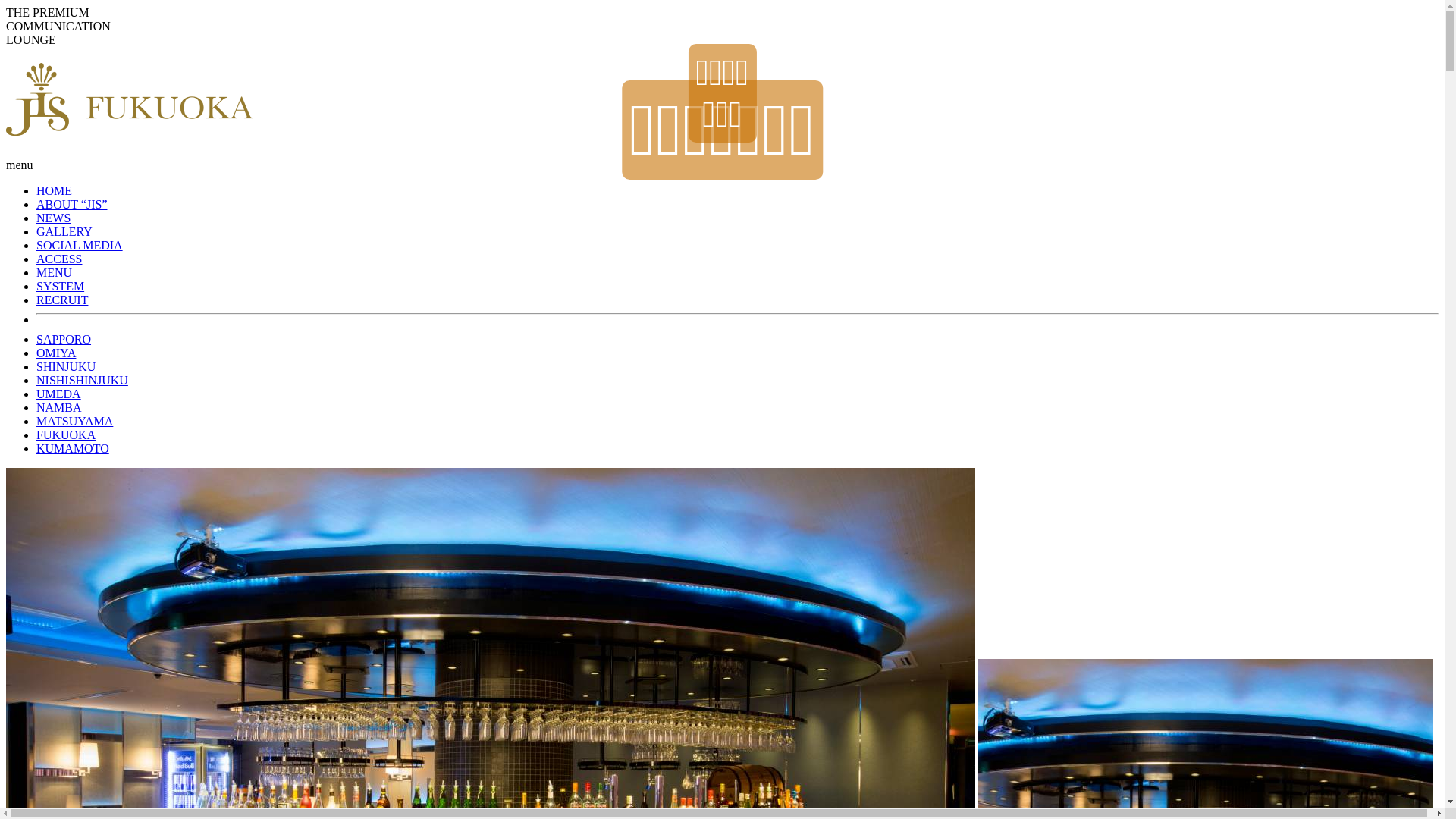 This screenshot has height=819, width=1456. What do you see at coordinates (64, 435) in the screenshot?
I see `'FUKUOKA'` at bounding box center [64, 435].